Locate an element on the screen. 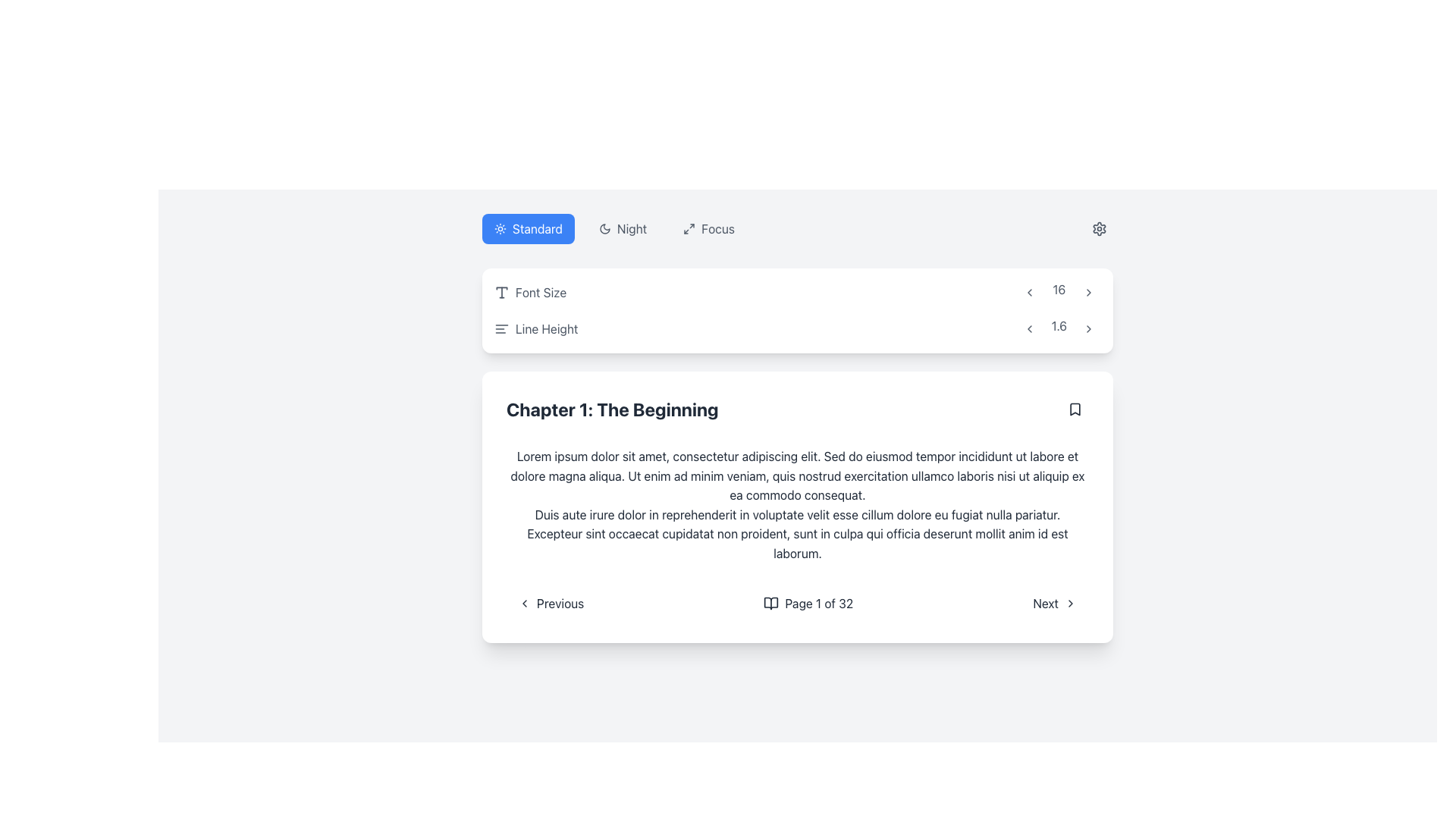  the sun icon located within the blue button labeled 'Standard' on the navigation bar is located at coordinates (500, 228).